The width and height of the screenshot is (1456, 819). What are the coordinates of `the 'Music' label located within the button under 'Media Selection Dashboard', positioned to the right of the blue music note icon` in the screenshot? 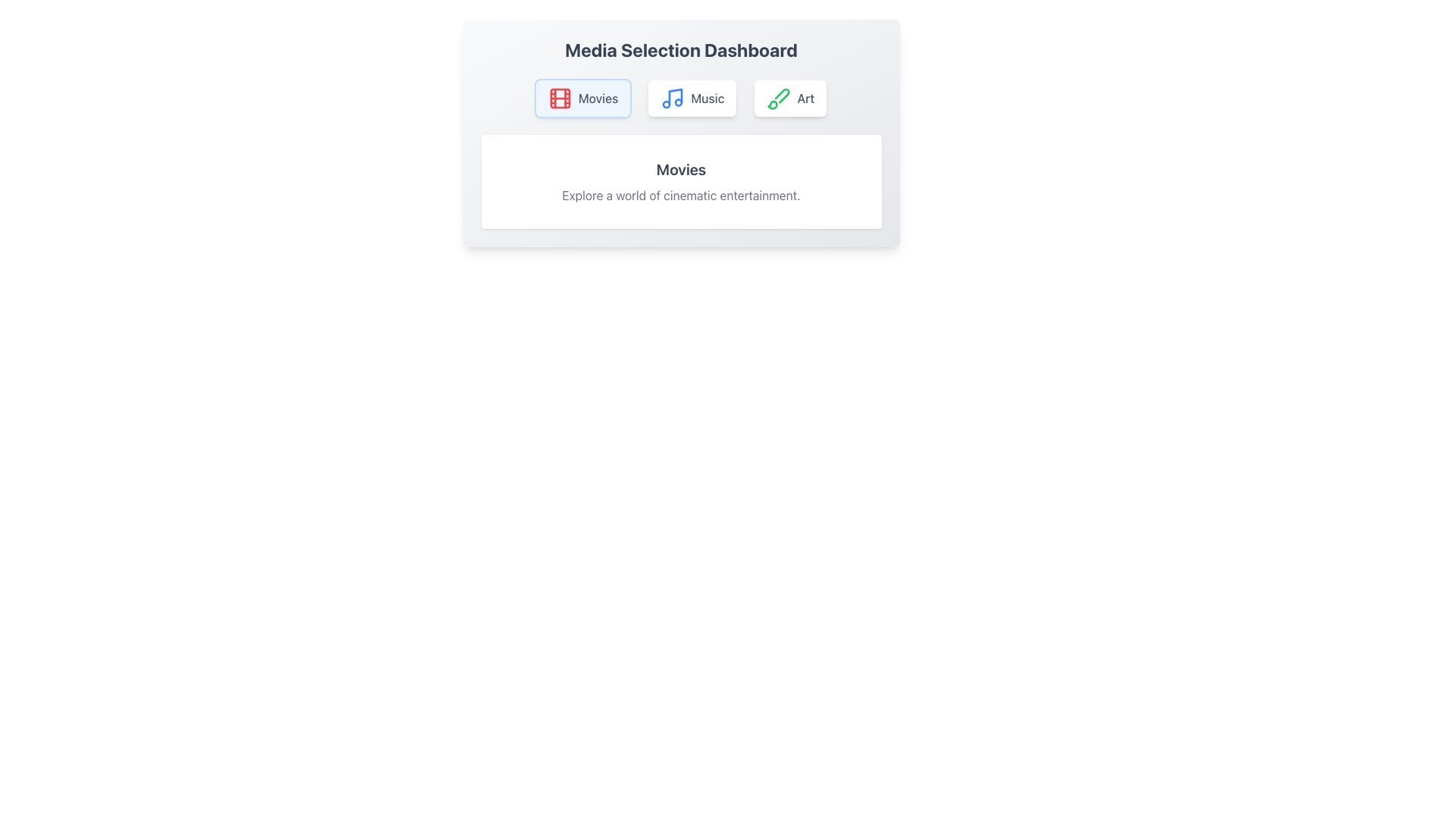 It's located at (707, 99).